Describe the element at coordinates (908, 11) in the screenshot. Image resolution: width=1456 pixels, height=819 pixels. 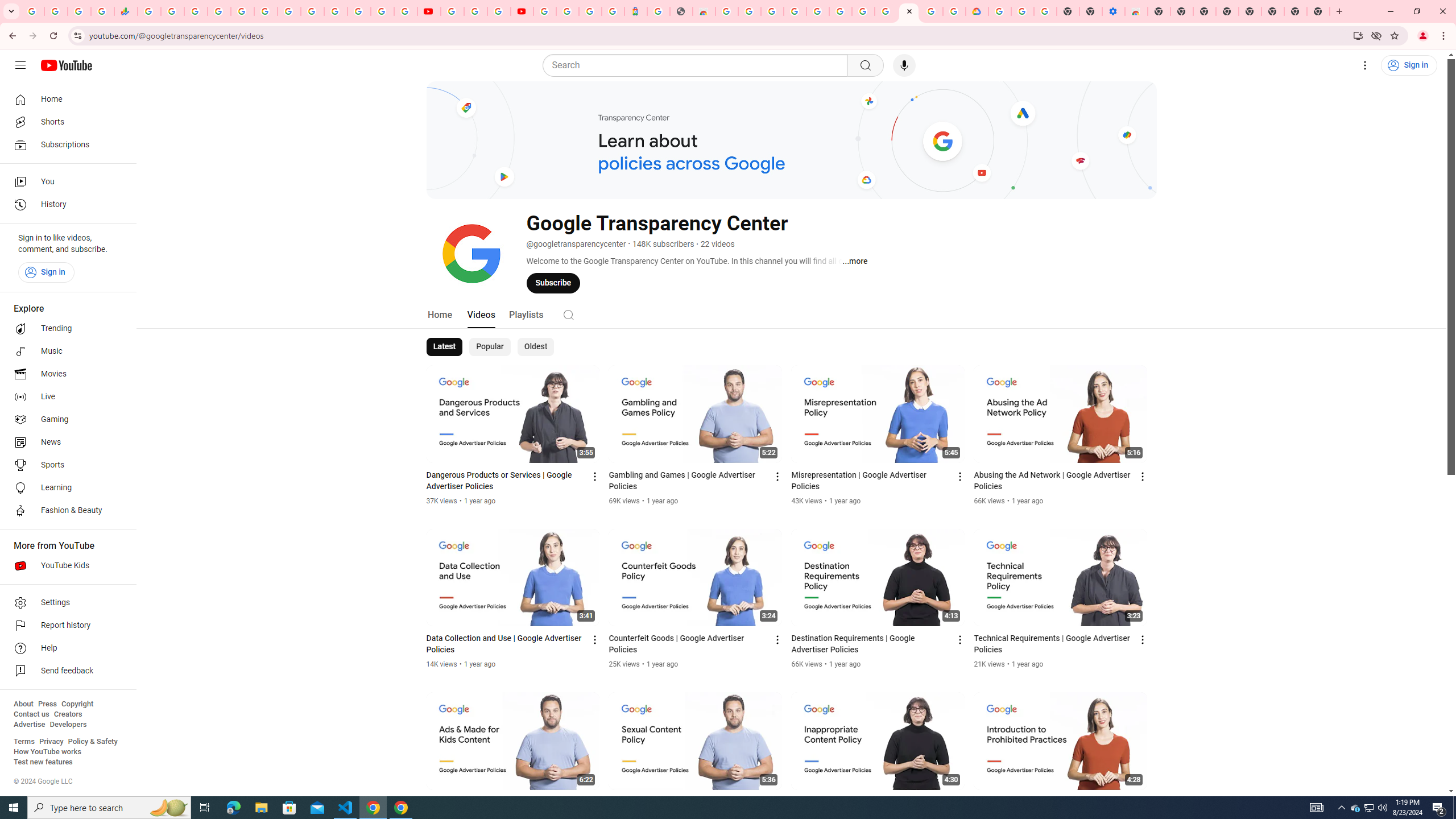
I see `'Google Transparency Center - YouTube'` at that location.